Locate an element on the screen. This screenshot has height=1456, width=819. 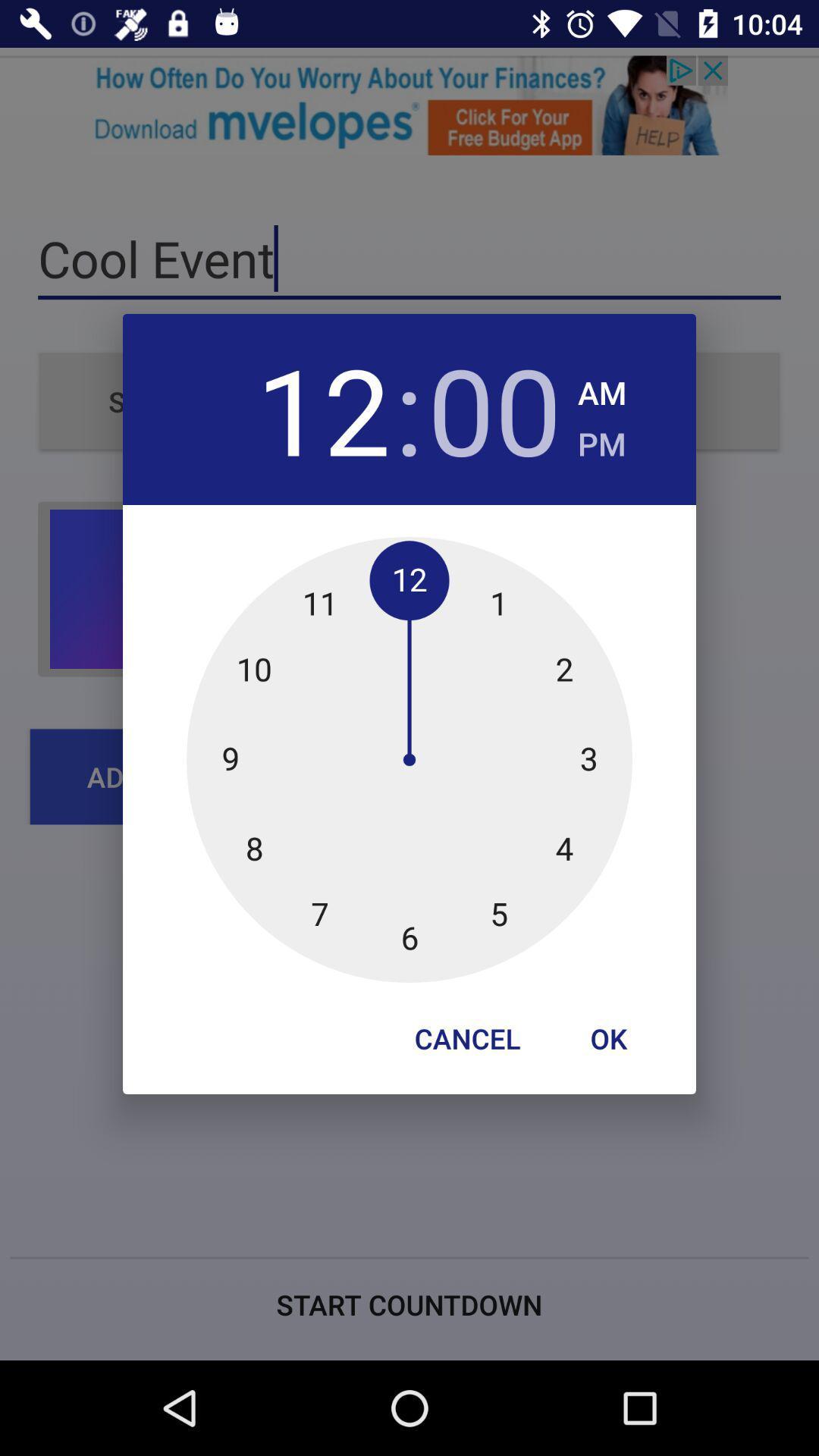
the item to the right of the 00 app is located at coordinates (601, 388).